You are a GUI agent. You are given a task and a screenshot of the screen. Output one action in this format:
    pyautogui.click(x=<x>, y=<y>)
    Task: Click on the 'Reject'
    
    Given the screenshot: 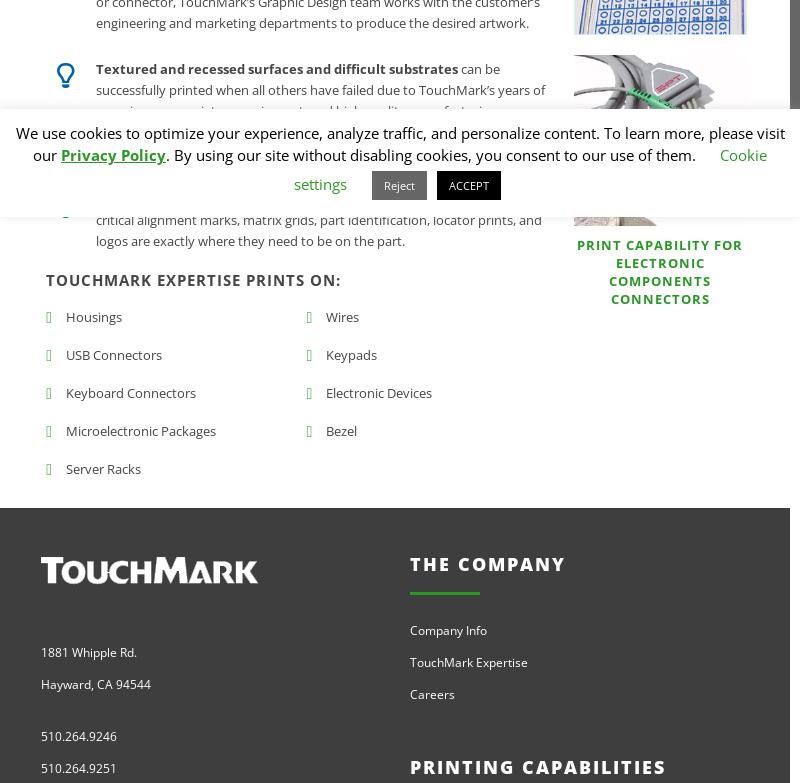 What is the action you would take?
    pyautogui.click(x=383, y=185)
    